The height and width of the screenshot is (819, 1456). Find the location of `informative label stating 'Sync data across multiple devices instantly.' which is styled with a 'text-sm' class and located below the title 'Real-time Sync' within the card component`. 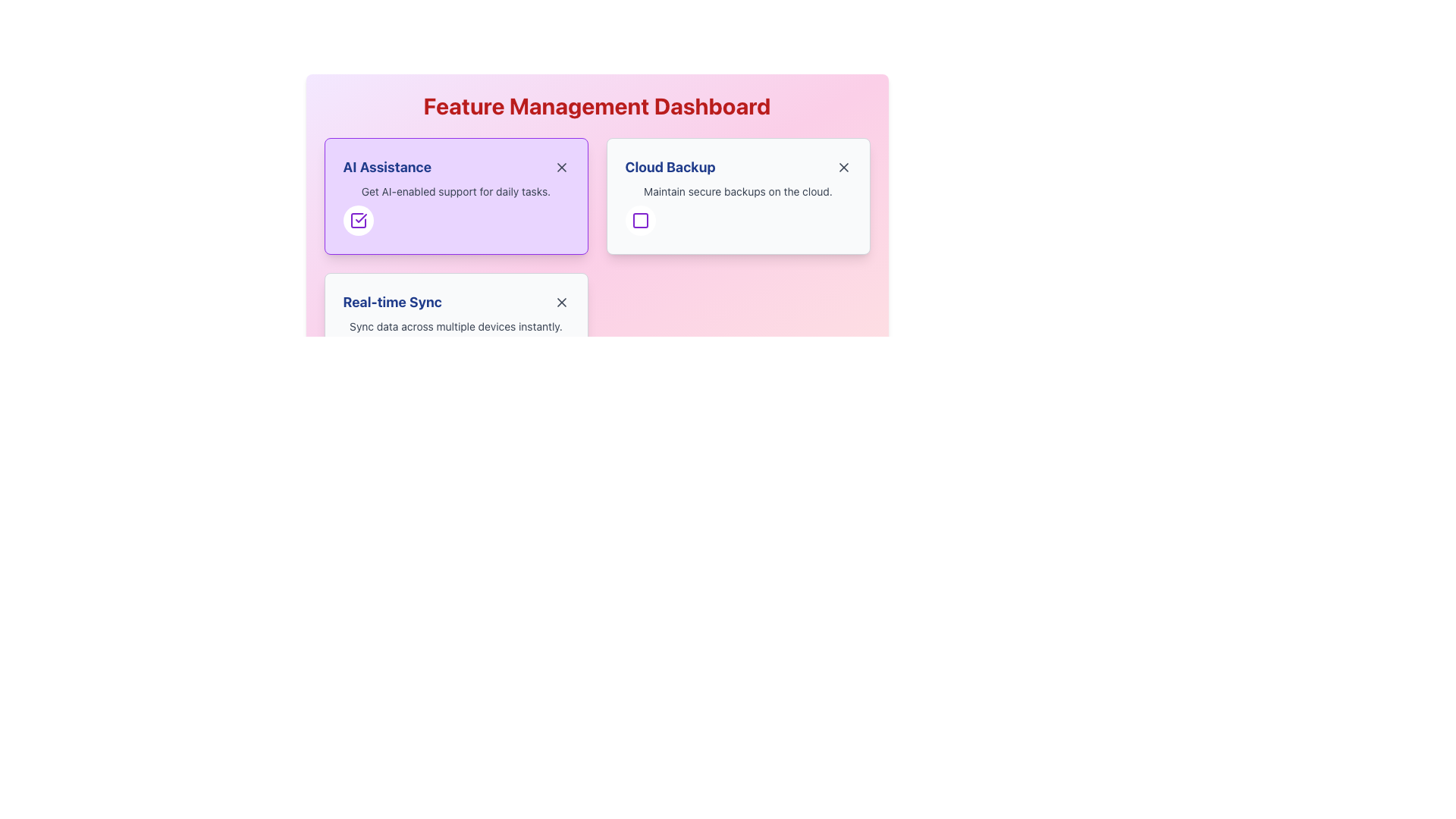

informative label stating 'Sync data across multiple devices instantly.' which is styled with a 'text-sm' class and located below the title 'Real-time Sync' within the card component is located at coordinates (455, 326).